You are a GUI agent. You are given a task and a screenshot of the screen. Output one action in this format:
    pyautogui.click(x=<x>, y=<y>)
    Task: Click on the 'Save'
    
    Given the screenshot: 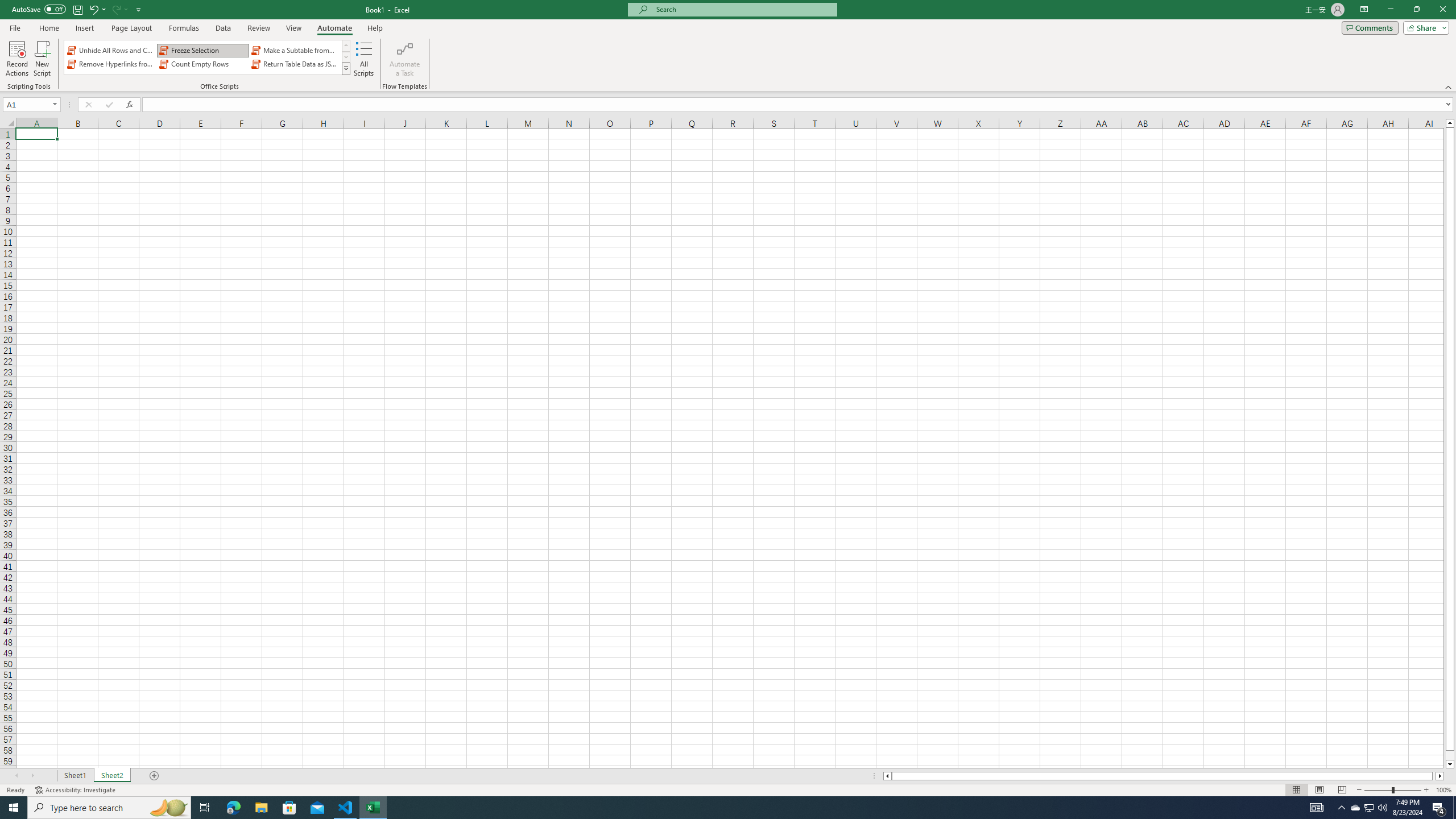 What is the action you would take?
    pyautogui.click(x=77, y=9)
    